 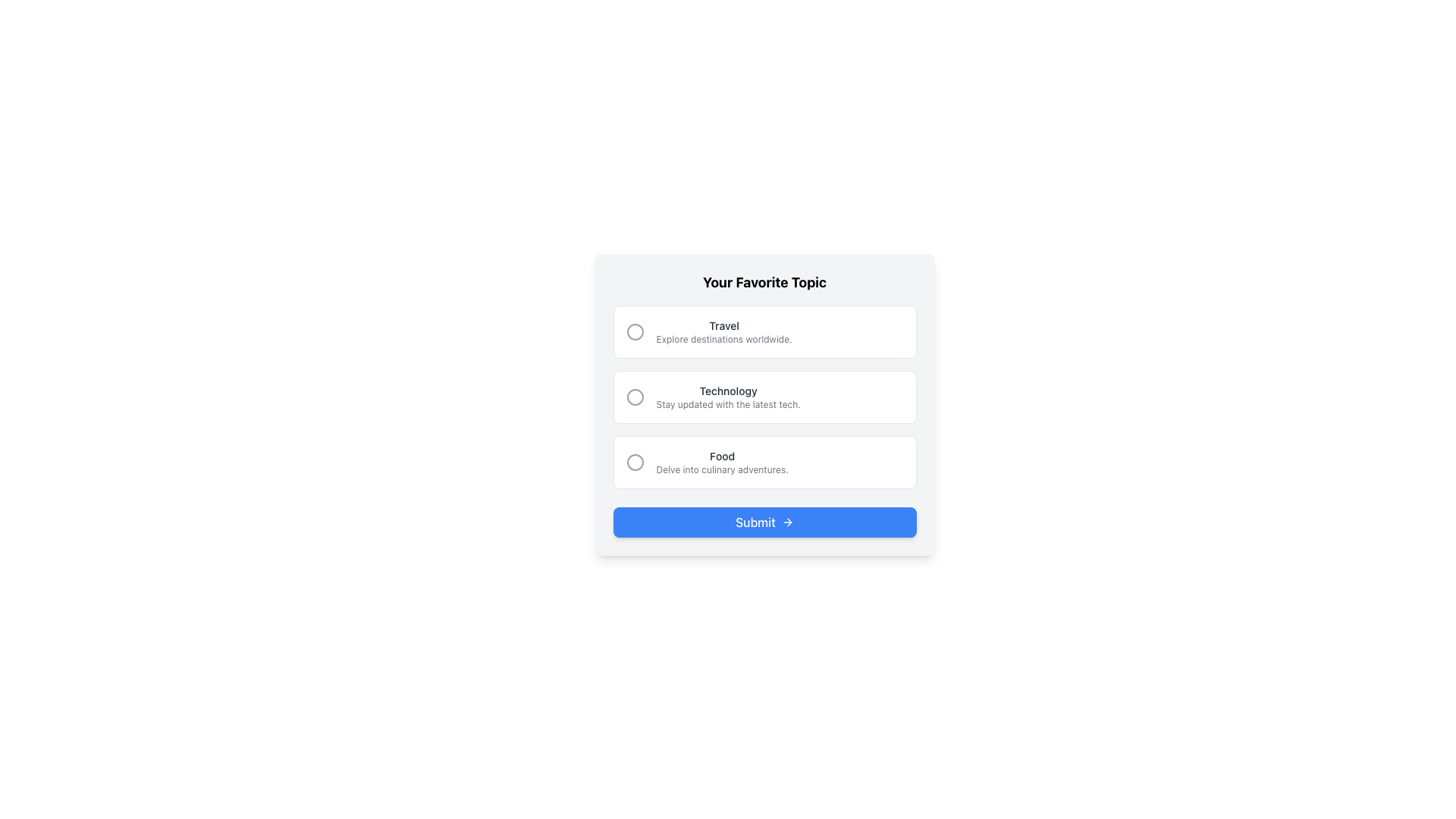 What do you see at coordinates (764, 397) in the screenshot?
I see `the radio button associated with the second topic in the 'Your Favorite Topic' card` at bounding box center [764, 397].